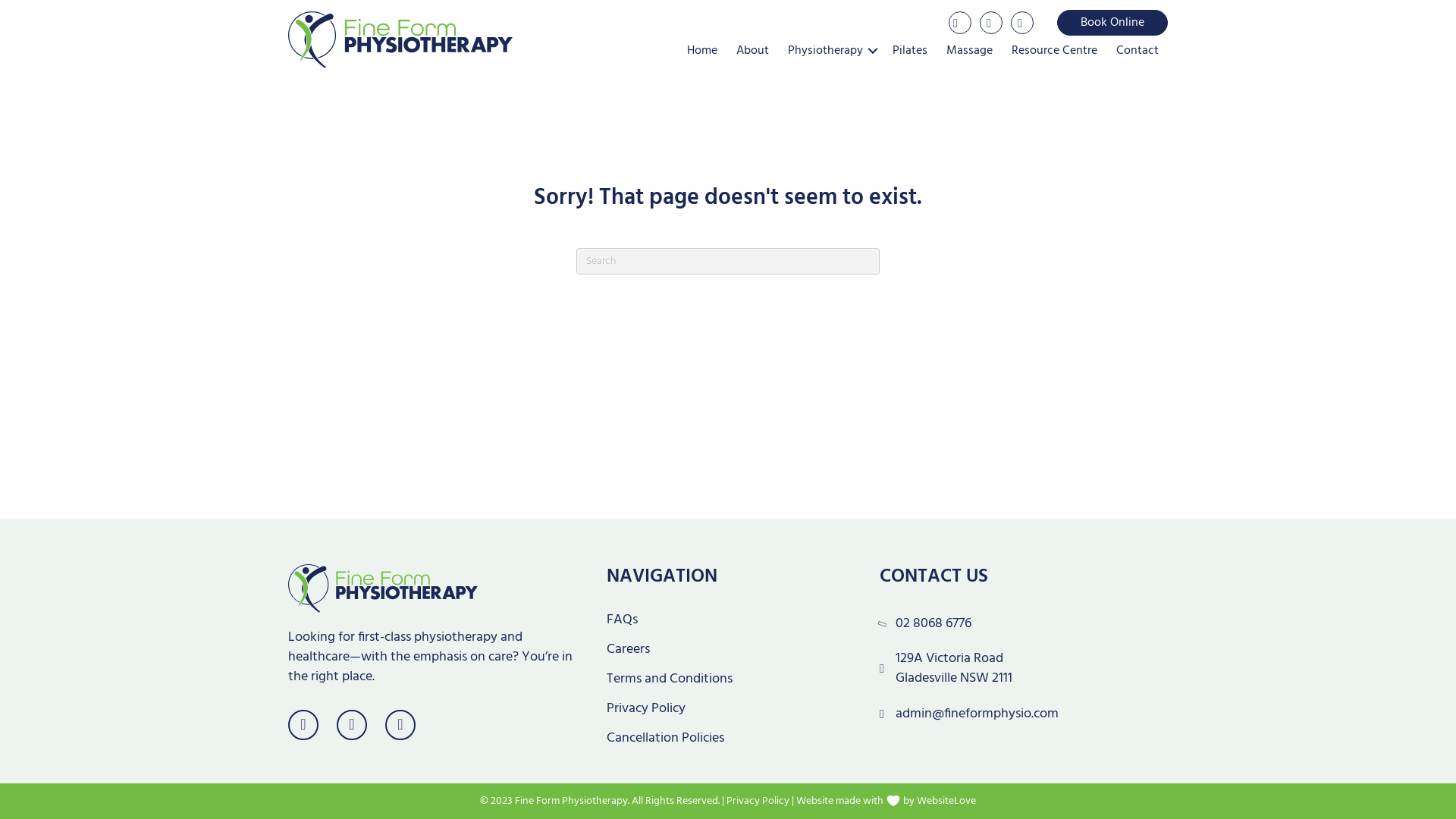  Describe the element at coordinates (883, 49) in the screenshot. I see `'Pilates'` at that location.